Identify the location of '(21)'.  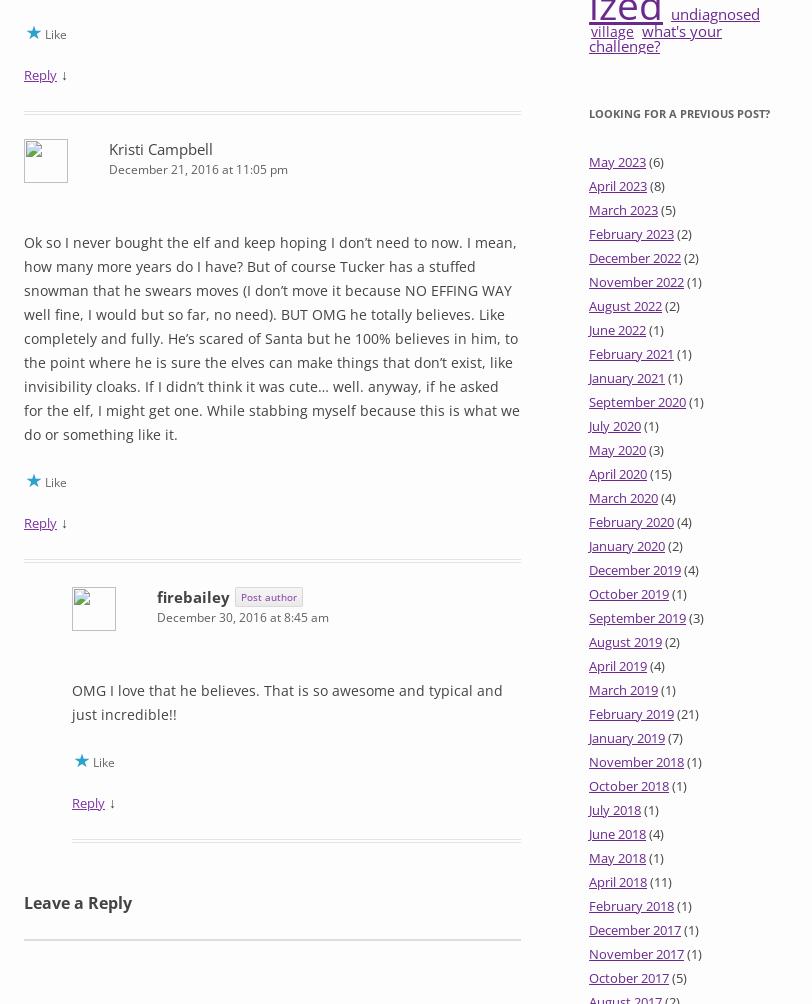
(686, 713).